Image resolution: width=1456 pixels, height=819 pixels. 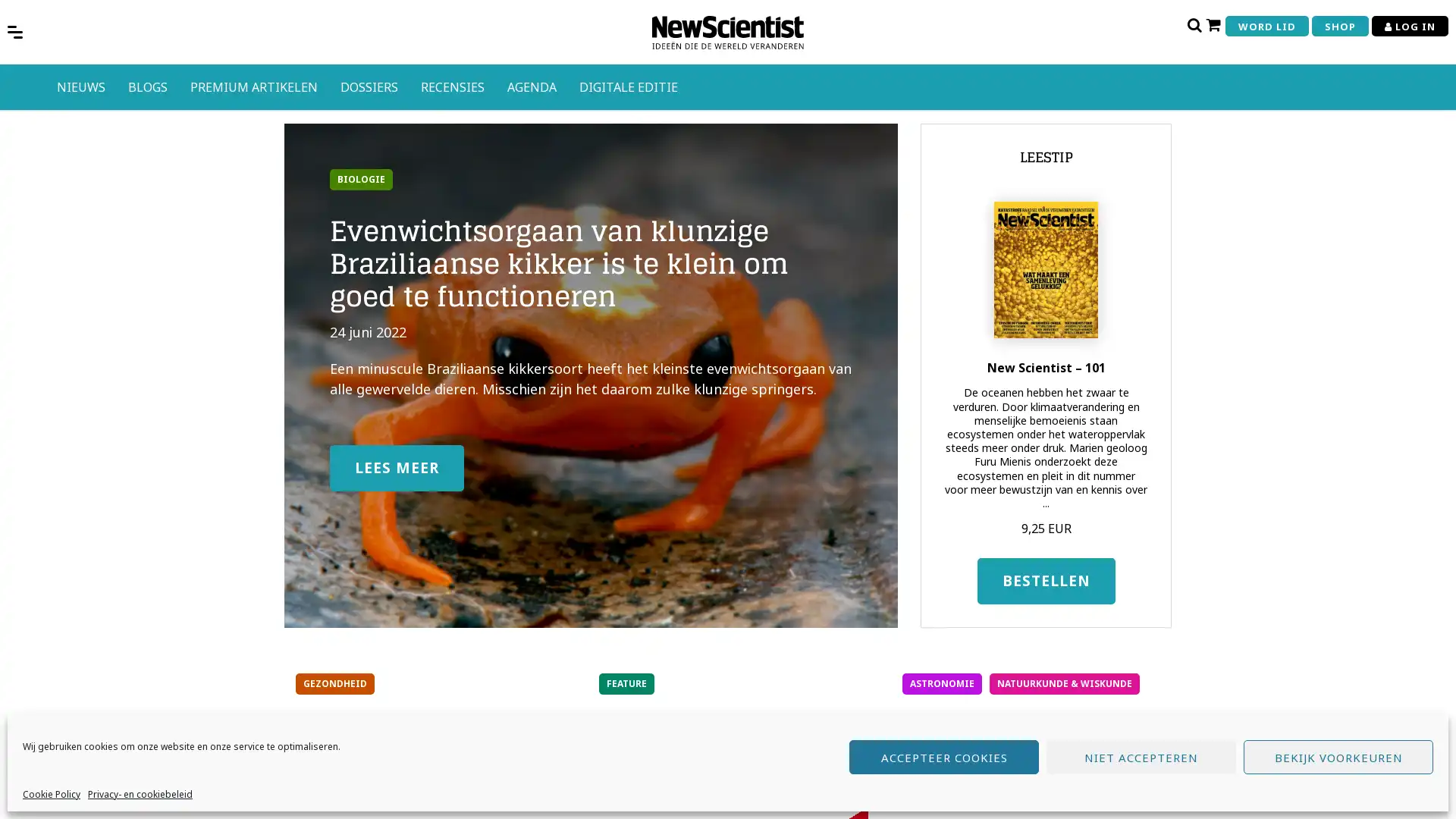 What do you see at coordinates (1193, 24) in the screenshot?
I see `Open zoekbalk` at bounding box center [1193, 24].